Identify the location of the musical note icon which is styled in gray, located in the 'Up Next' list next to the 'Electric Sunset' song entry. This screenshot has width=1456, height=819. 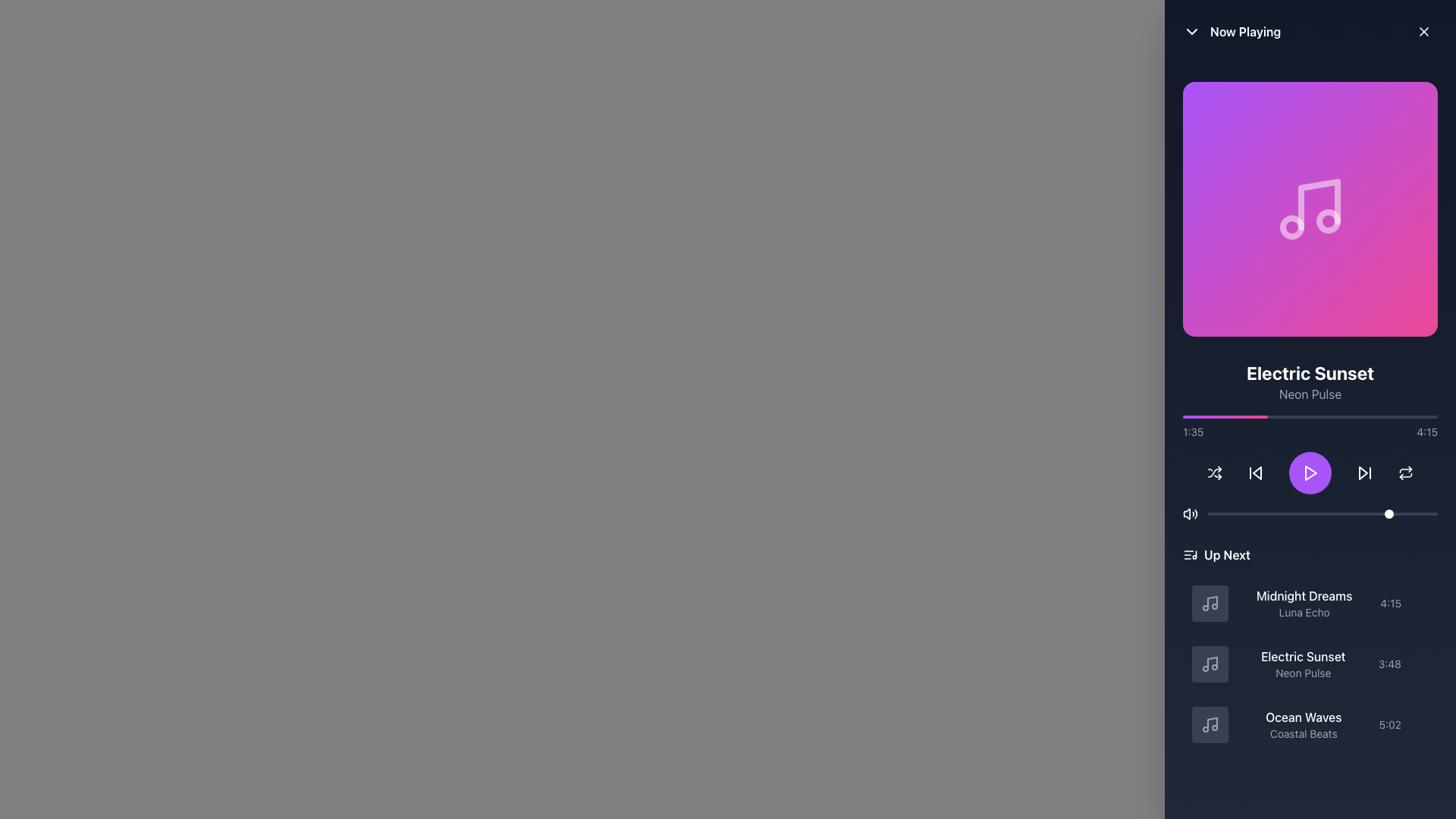
(1210, 663).